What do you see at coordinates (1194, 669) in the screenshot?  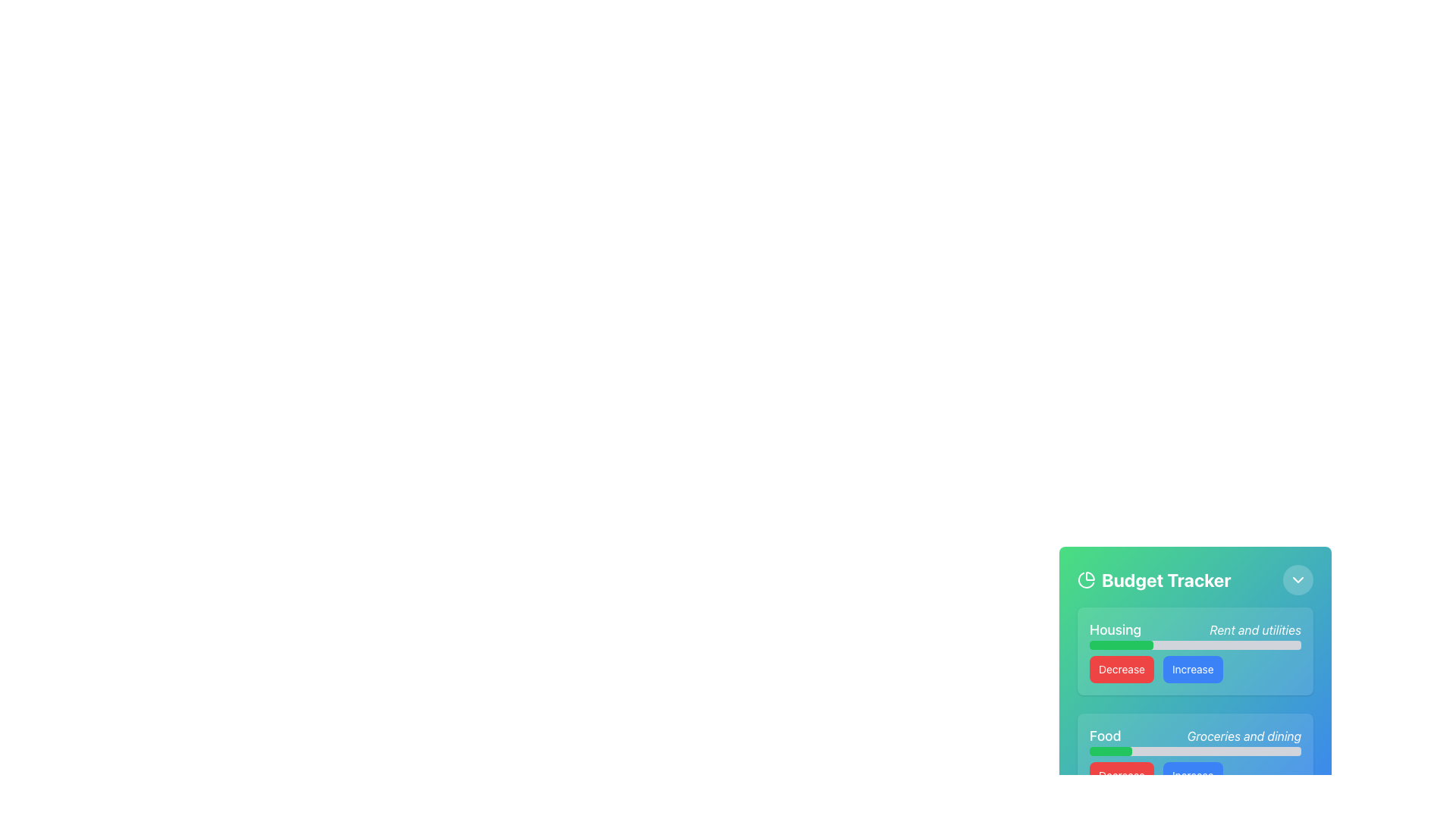 I see `the Button Group for 'Housing'` at bounding box center [1194, 669].